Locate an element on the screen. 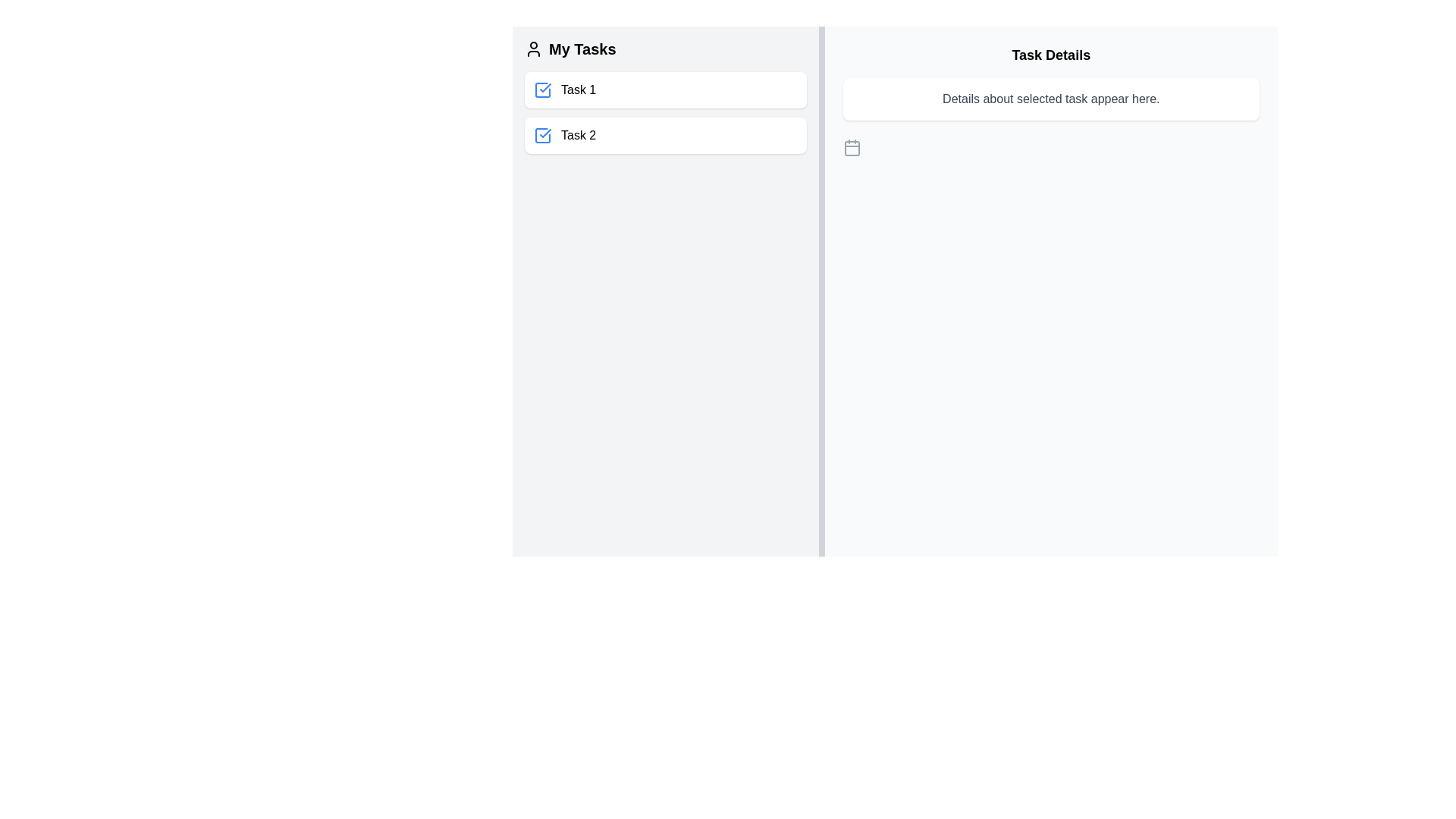  the status of the task completion indicator icon with a checkmark located to the left of the 'Task 1' title is located at coordinates (542, 90).